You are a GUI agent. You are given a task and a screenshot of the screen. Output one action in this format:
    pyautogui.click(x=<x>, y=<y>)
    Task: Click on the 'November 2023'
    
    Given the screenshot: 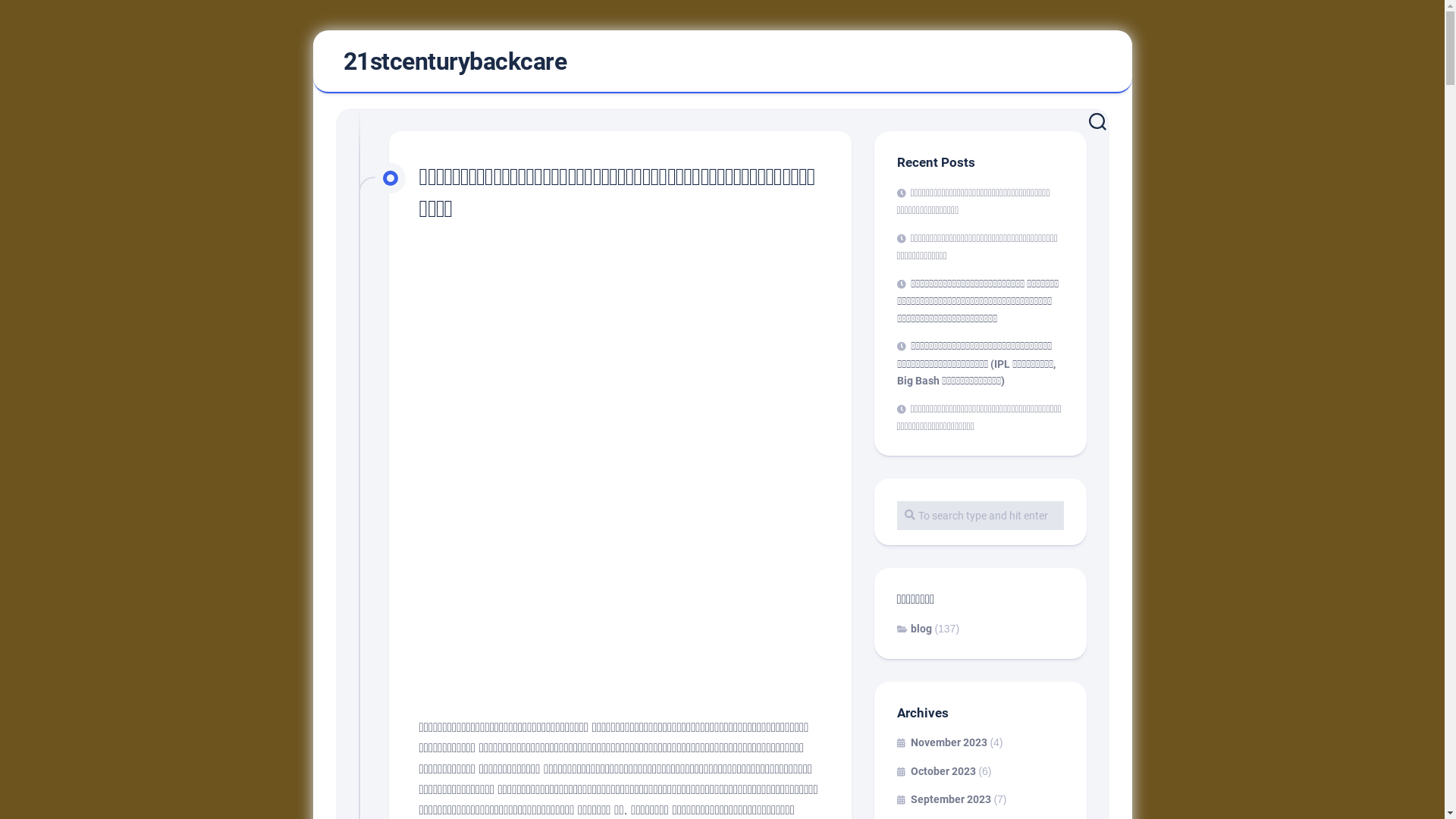 What is the action you would take?
    pyautogui.click(x=940, y=742)
    